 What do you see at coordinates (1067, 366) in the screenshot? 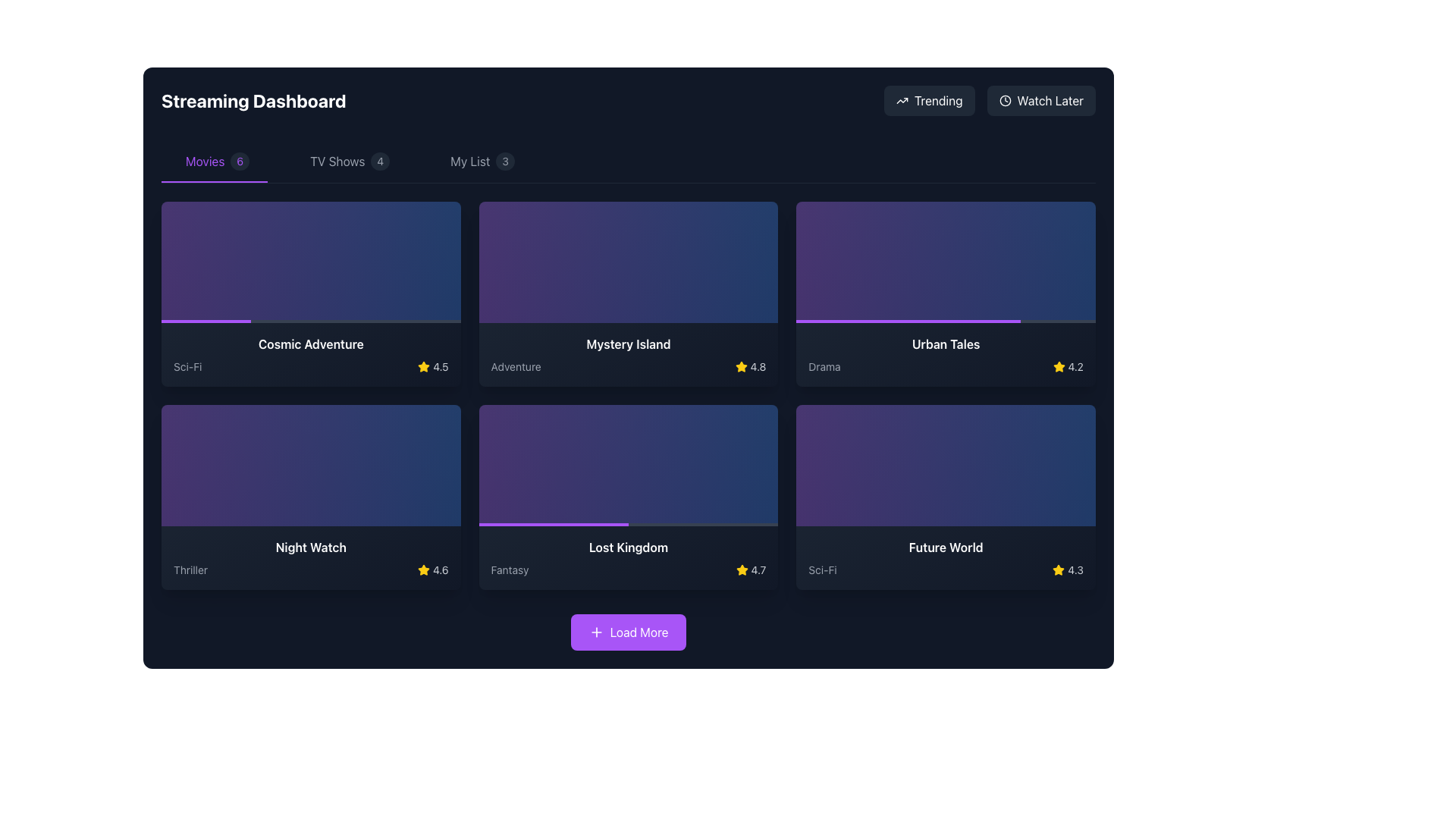
I see `the average user rating displayed for the 'Urban Tales' content in the 'Drama' section, located below the 'Urban Tales' card in the rightmost column of the top row` at bounding box center [1067, 366].